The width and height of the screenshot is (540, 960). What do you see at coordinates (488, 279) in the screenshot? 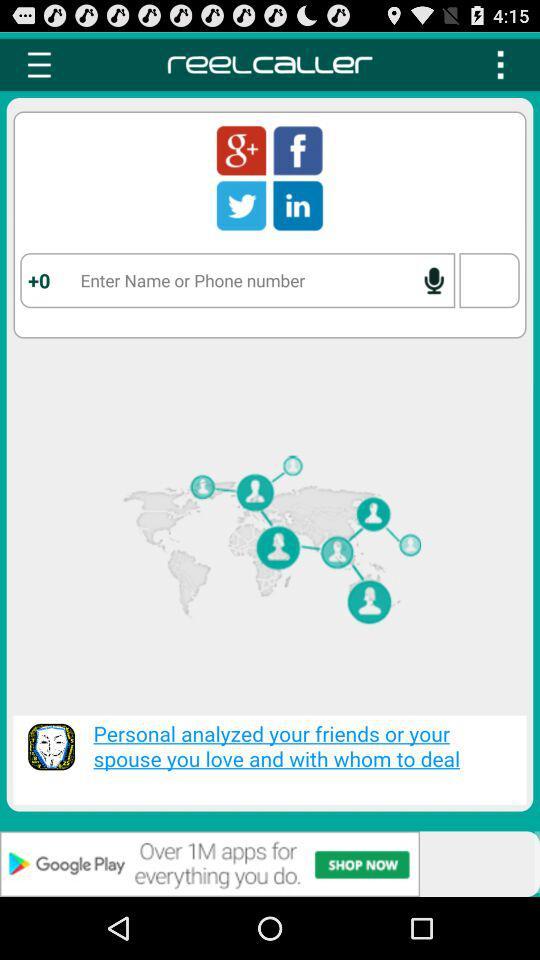
I see `the box present below the three dot icon` at bounding box center [488, 279].